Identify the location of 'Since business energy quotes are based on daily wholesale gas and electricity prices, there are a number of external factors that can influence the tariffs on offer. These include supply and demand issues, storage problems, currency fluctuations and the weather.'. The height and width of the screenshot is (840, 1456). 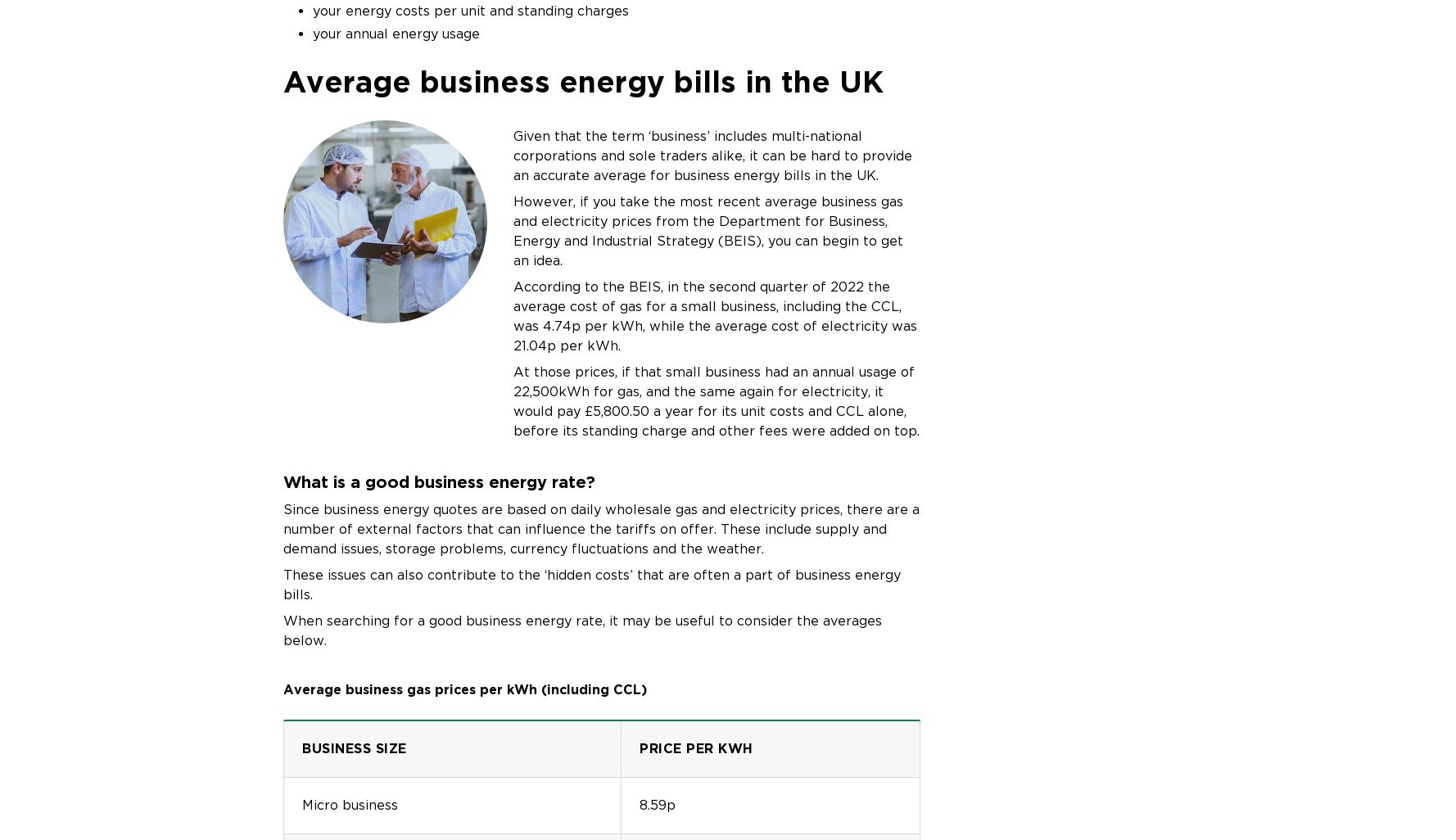
(600, 528).